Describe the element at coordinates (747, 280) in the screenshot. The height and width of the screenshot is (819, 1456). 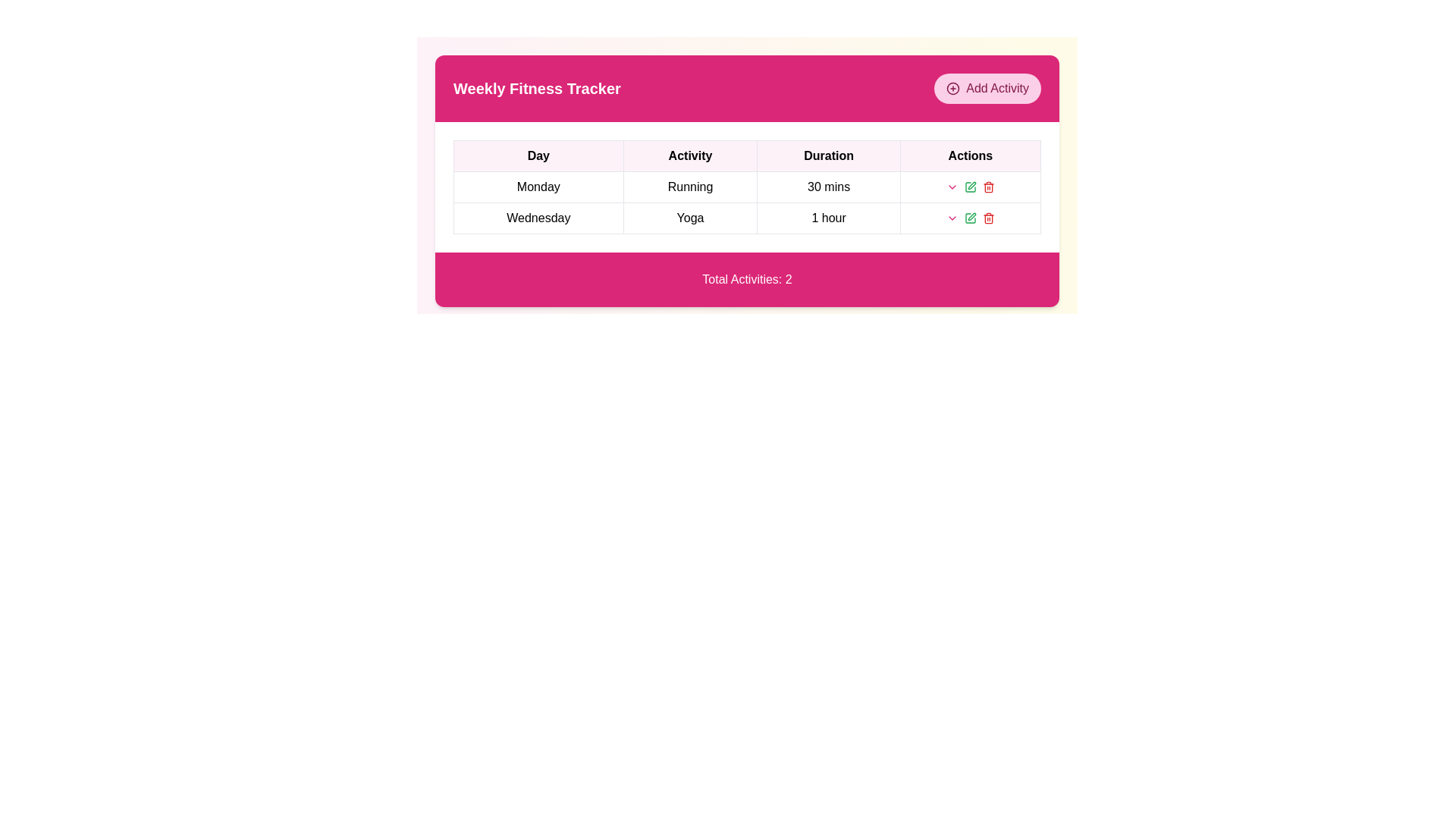
I see `the Informational Text Section at the bottom of the Weekly Fitness Tracker, which has a pink background and displays 'Total Activities: 2'` at that location.